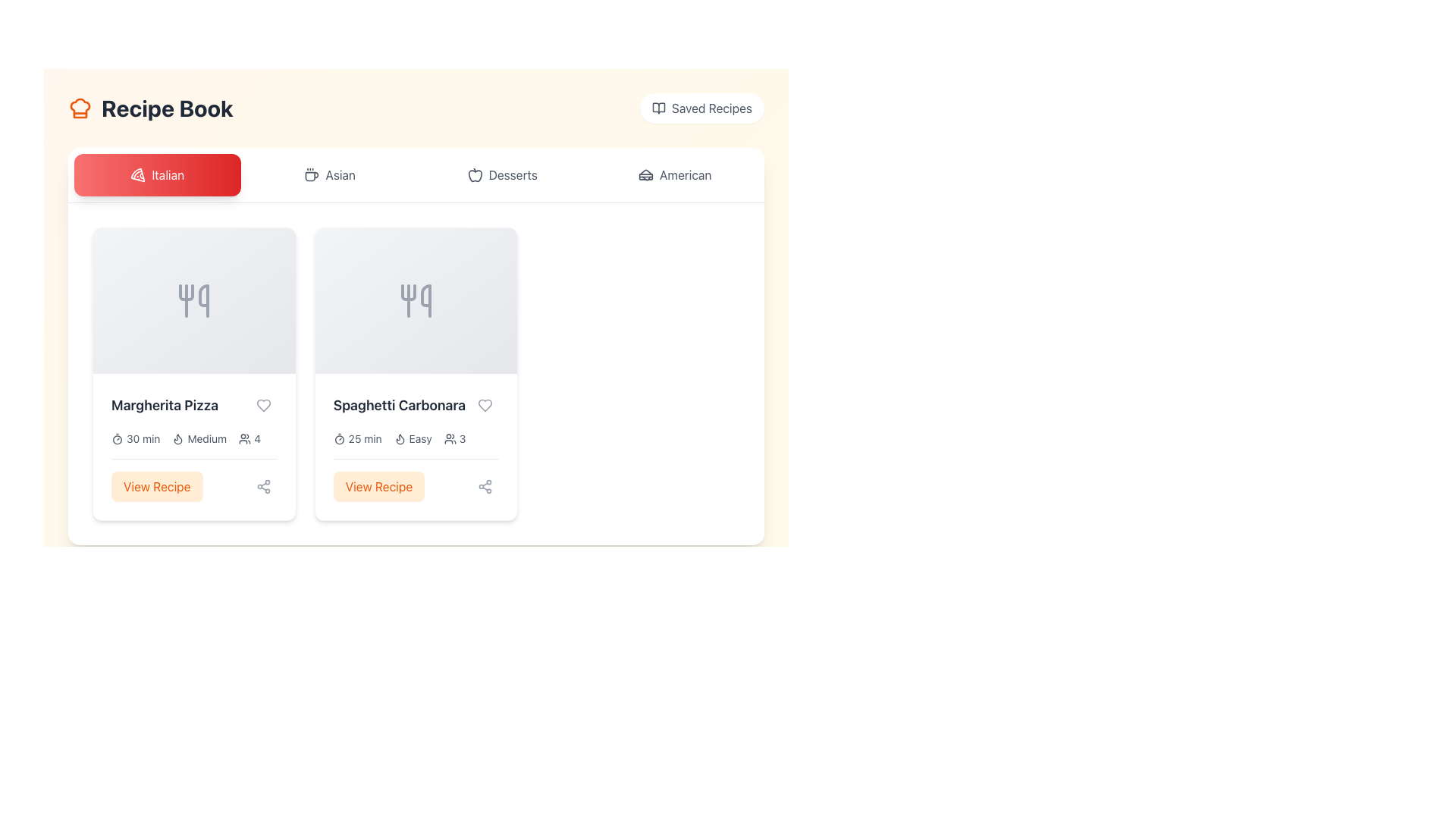  Describe the element at coordinates (79, 107) in the screenshot. I see `the cooking or recipe icon located to the left of the 'Recipe Book' title in the top-left section of the interface` at that location.